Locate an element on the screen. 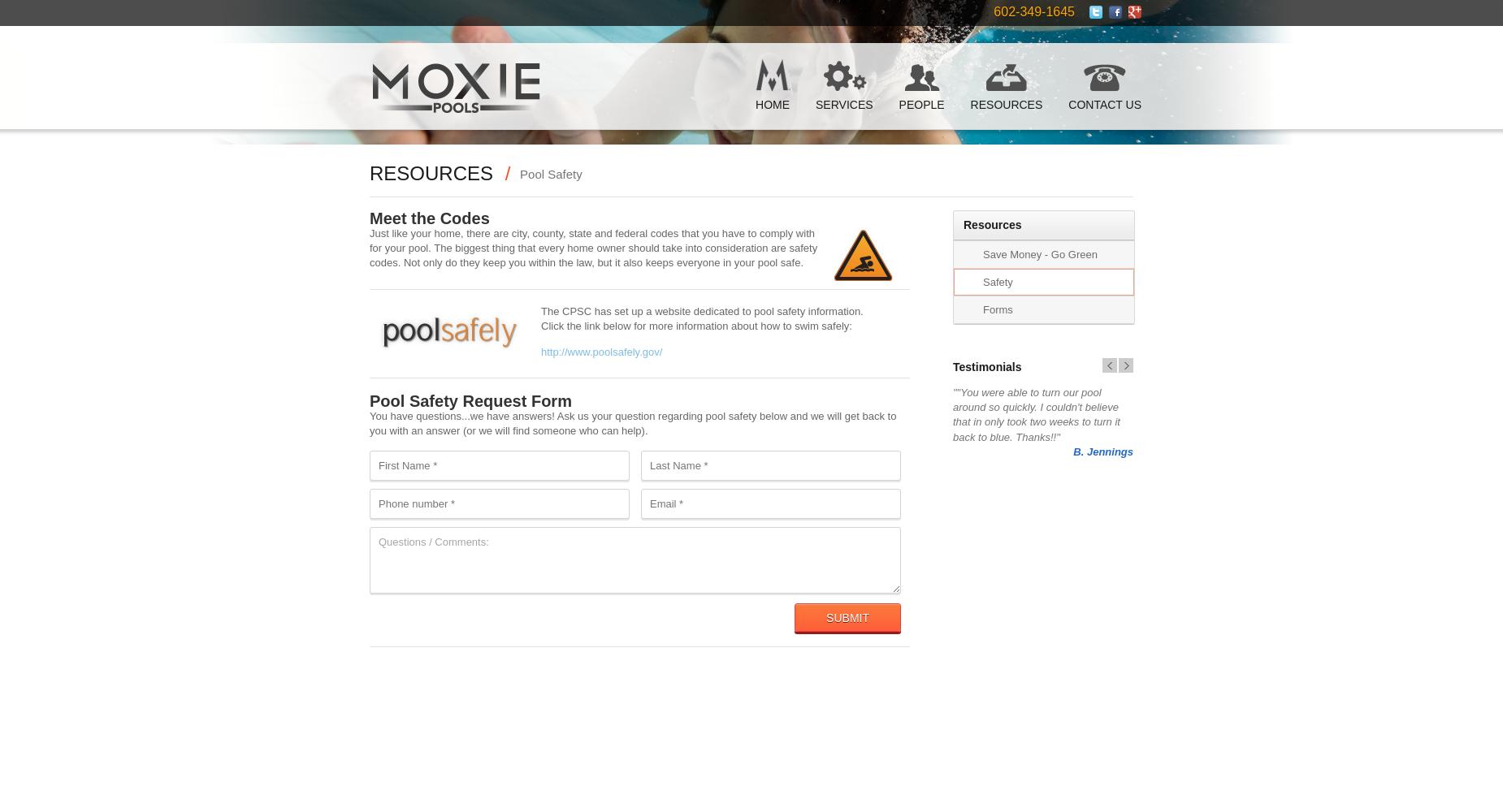 This screenshot has width=1503, height=812. 'Services' is located at coordinates (814, 105).